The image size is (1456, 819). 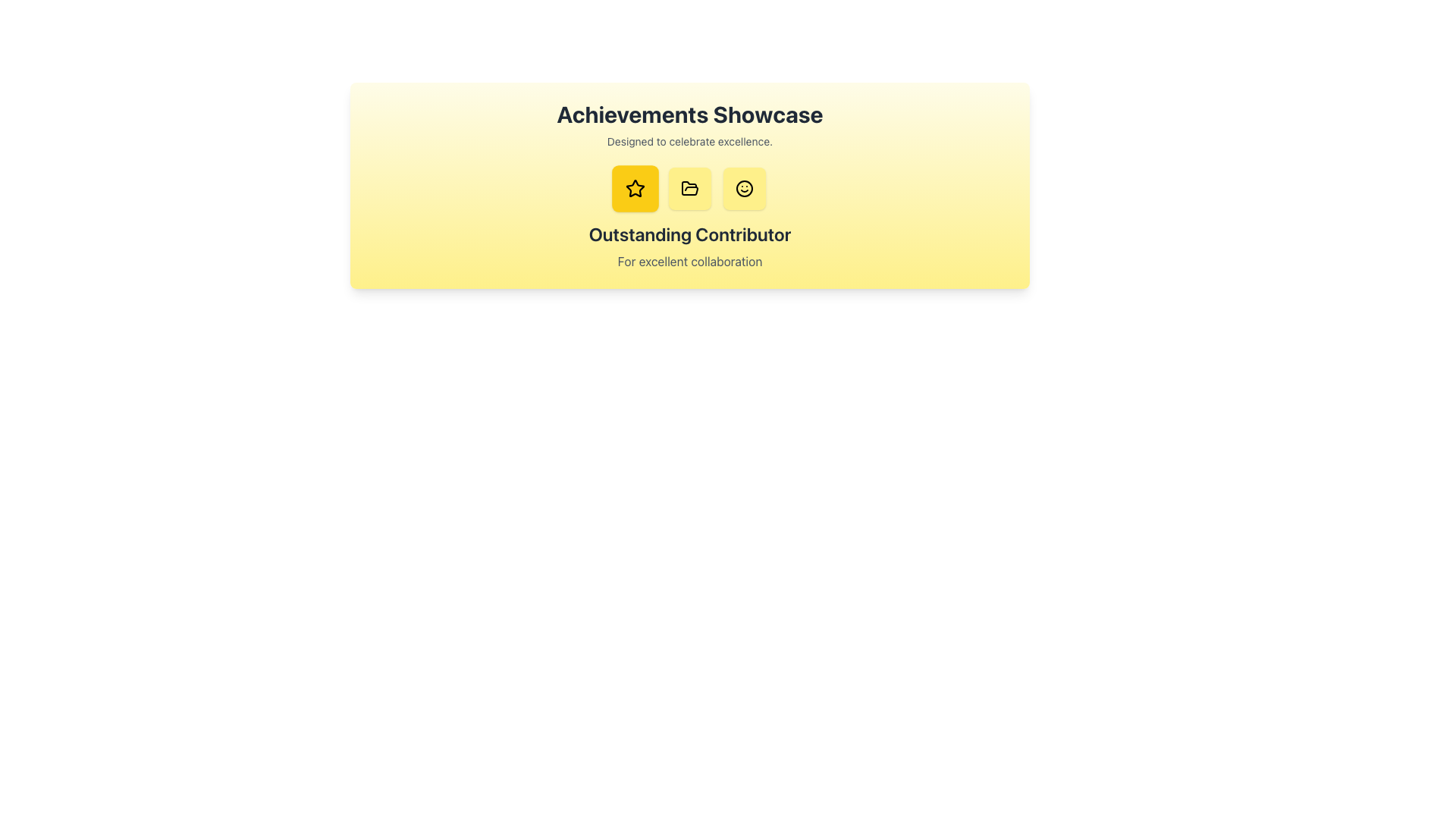 I want to click on the star-shaped icon with a vibrant yellow background and a black outline, located under the title 'Achievements Showcase' for interaction, so click(x=635, y=188).